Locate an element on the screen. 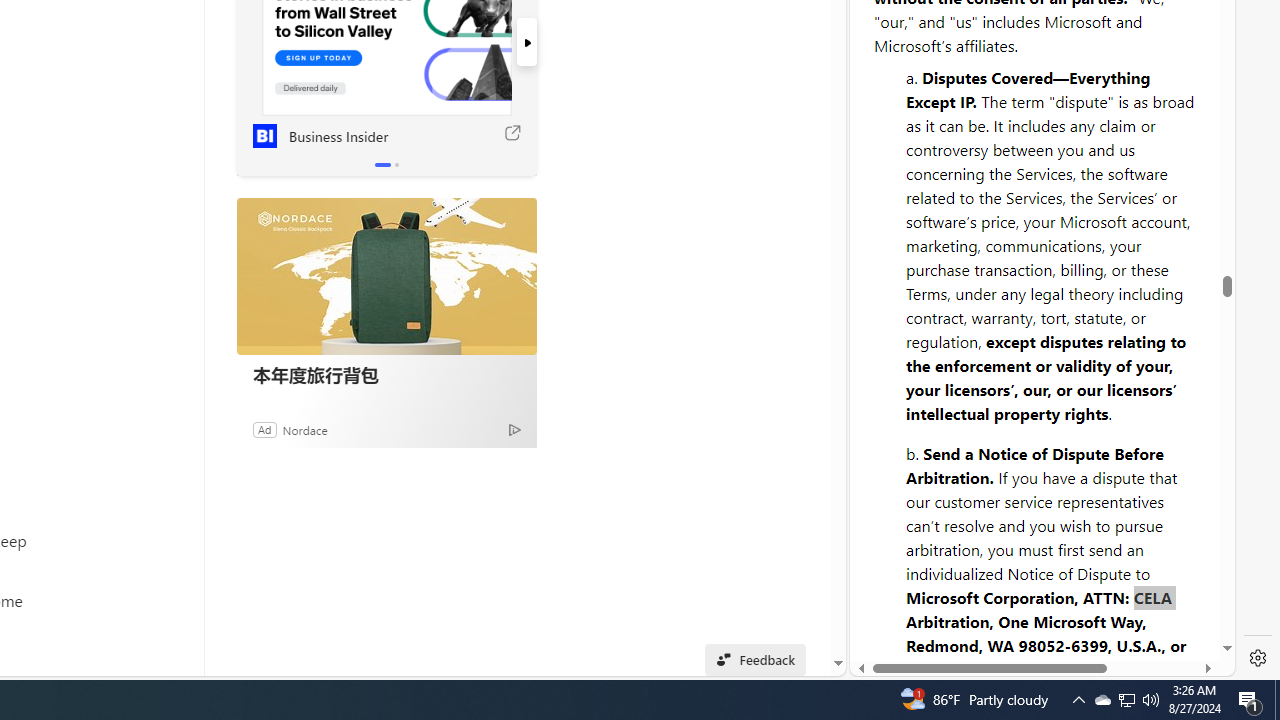  'next' is located at coordinates (526, 42).